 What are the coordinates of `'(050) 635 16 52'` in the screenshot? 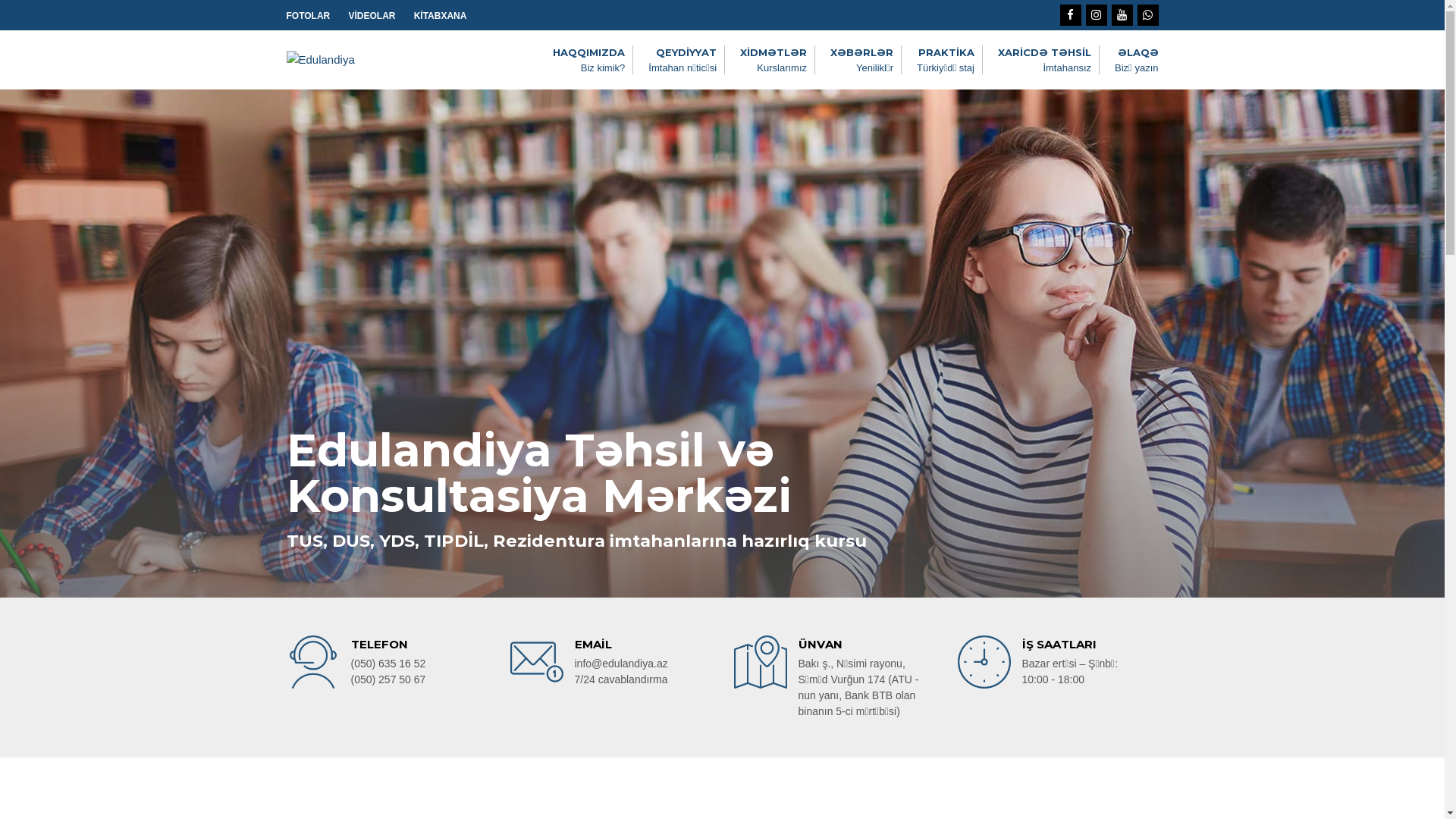 It's located at (349, 663).